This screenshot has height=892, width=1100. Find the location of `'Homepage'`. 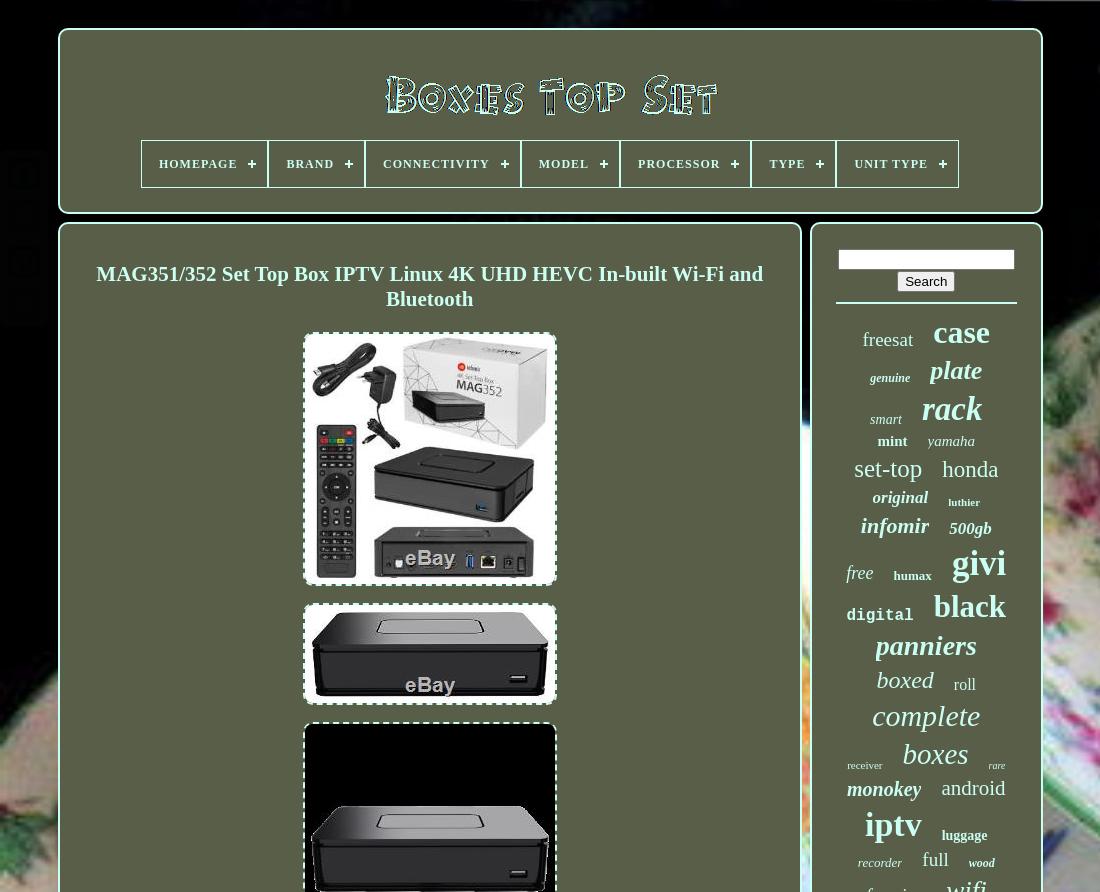

'Homepage' is located at coordinates (196, 163).